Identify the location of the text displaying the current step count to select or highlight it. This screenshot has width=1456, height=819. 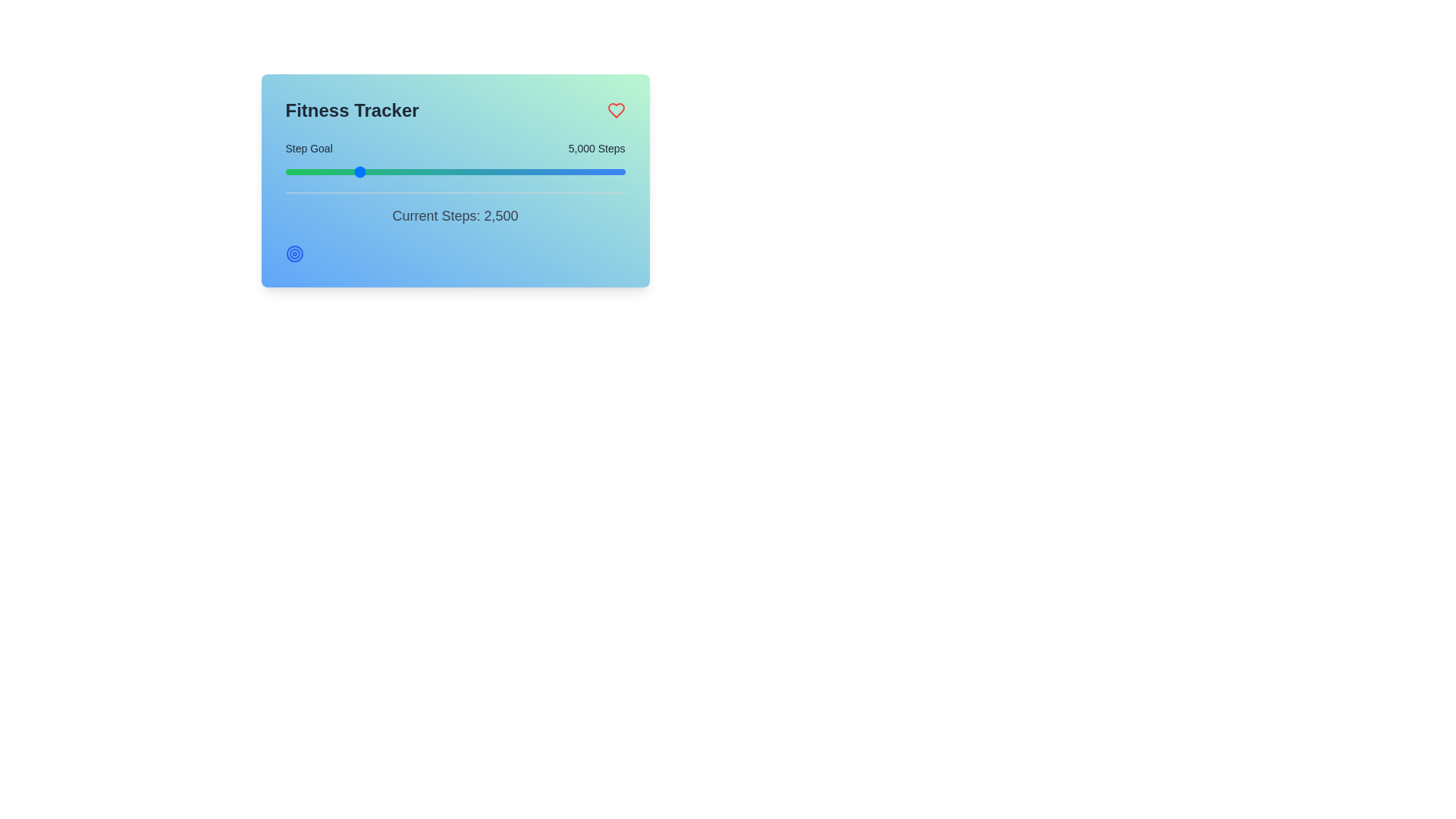
(454, 216).